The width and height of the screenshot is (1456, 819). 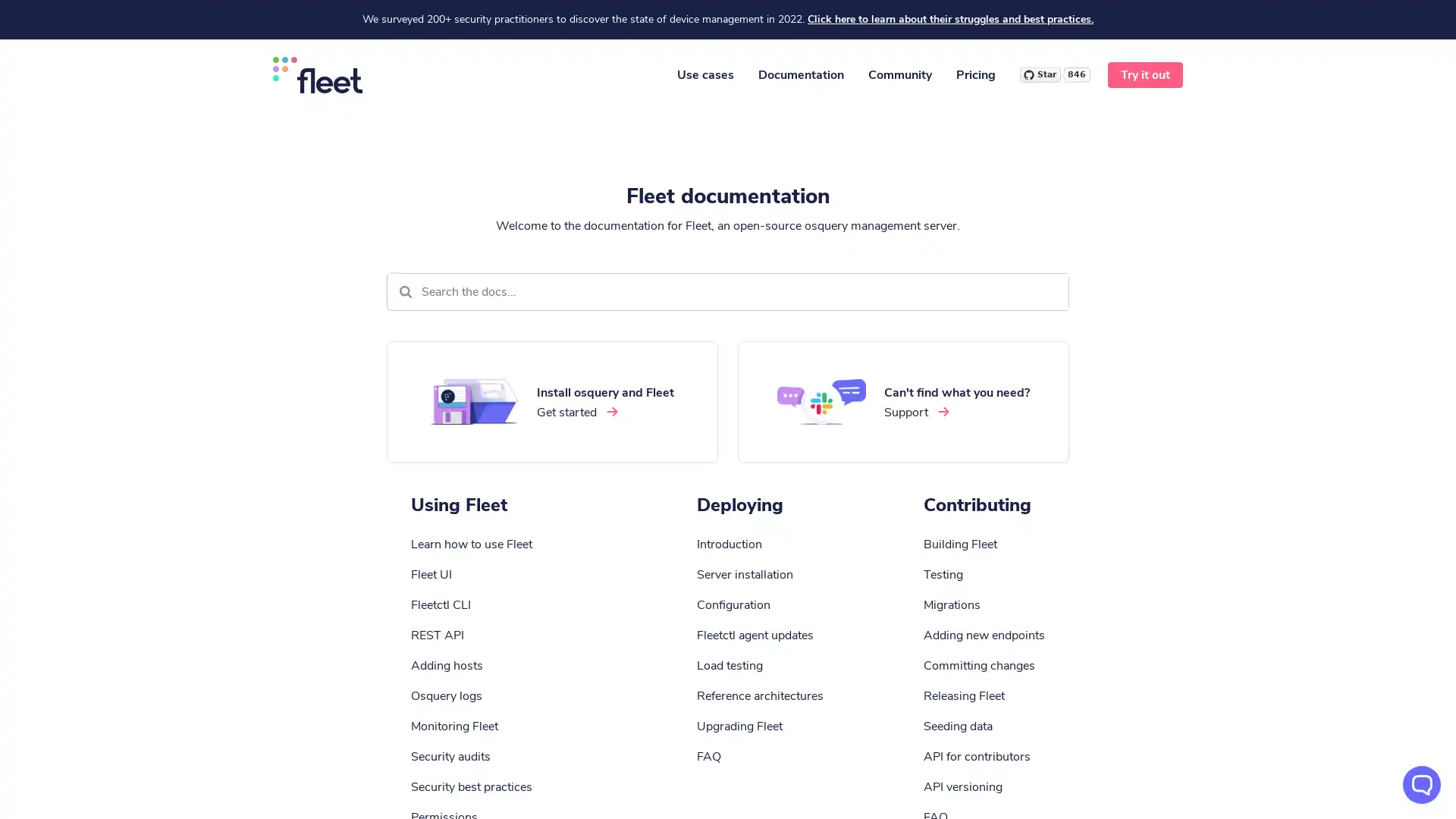 What do you see at coordinates (1421, 784) in the screenshot?
I see `Open chat widget` at bounding box center [1421, 784].